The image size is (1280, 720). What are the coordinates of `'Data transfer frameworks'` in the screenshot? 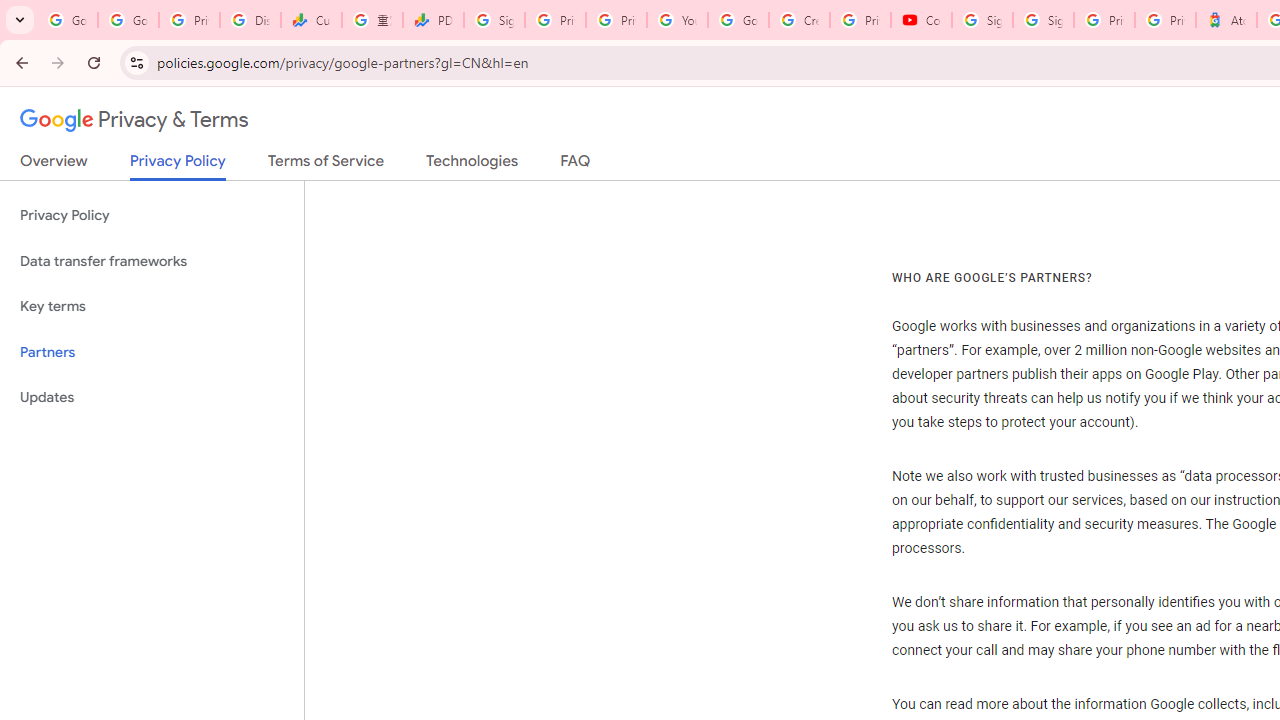 It's located at (151, 260).